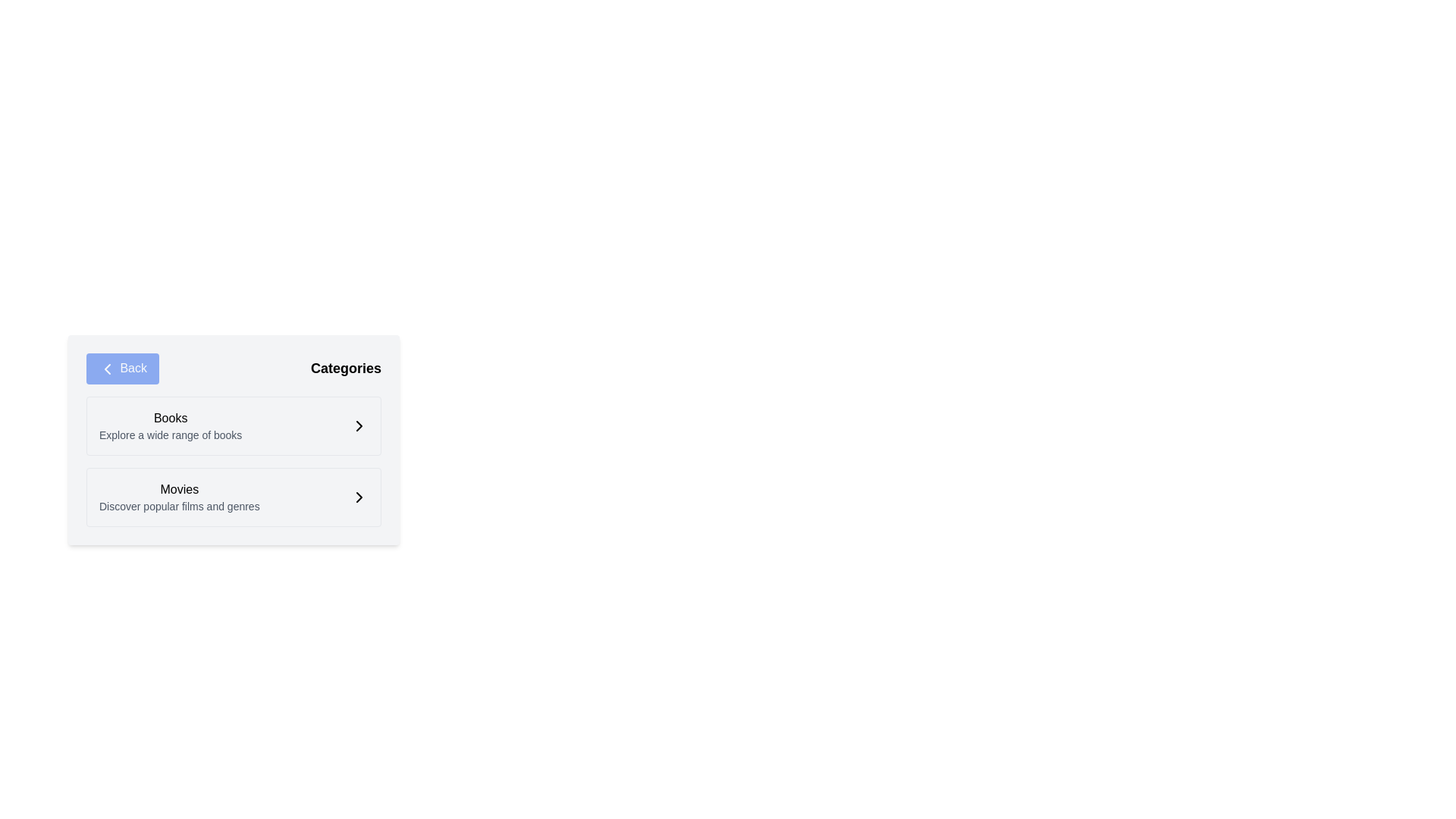 This screenshot has width=1456, height=819. I want to click on the informational text block indicating the 'Books' category, so click(171, 425).